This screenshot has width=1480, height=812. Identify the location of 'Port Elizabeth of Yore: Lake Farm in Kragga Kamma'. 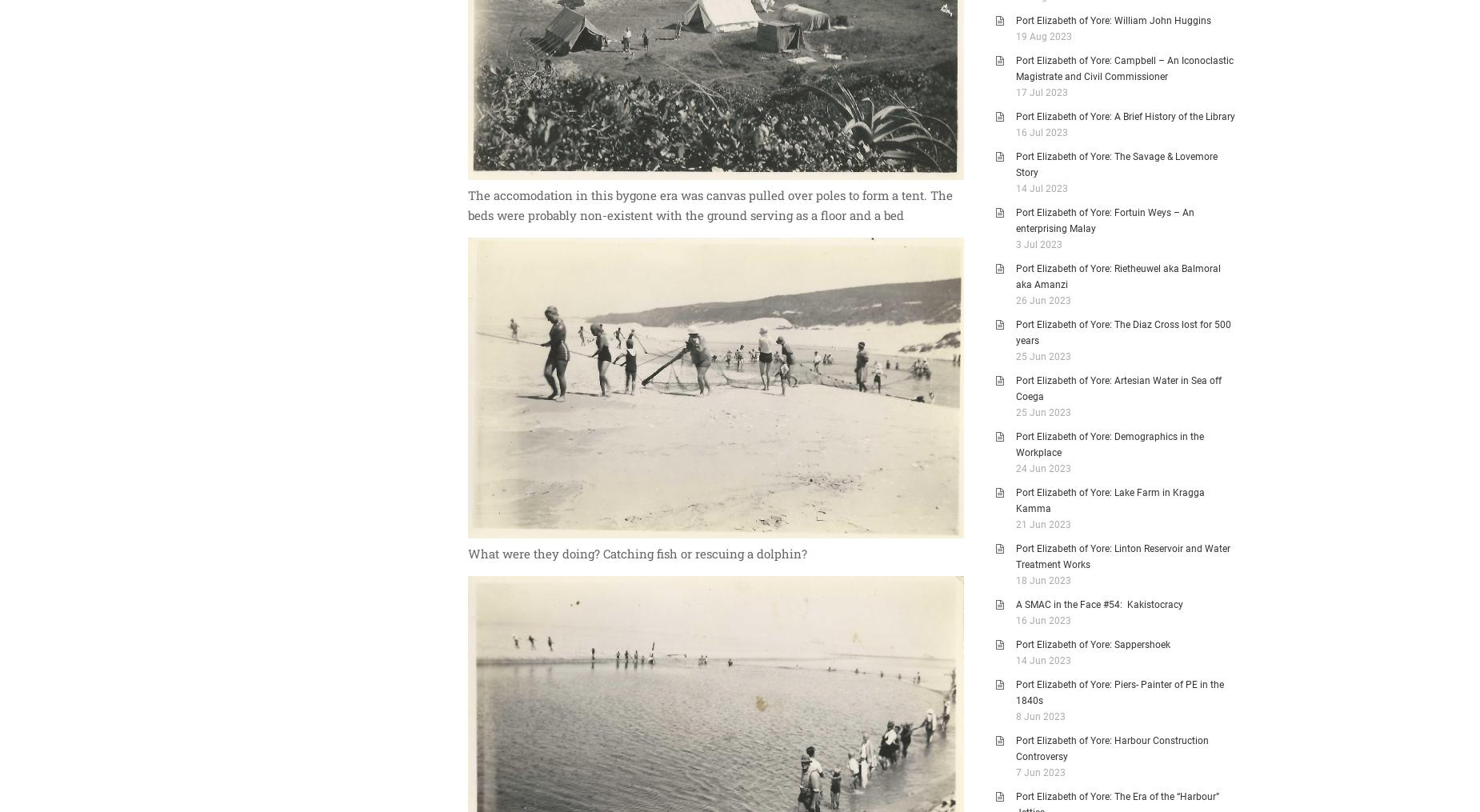
(1110, 499).